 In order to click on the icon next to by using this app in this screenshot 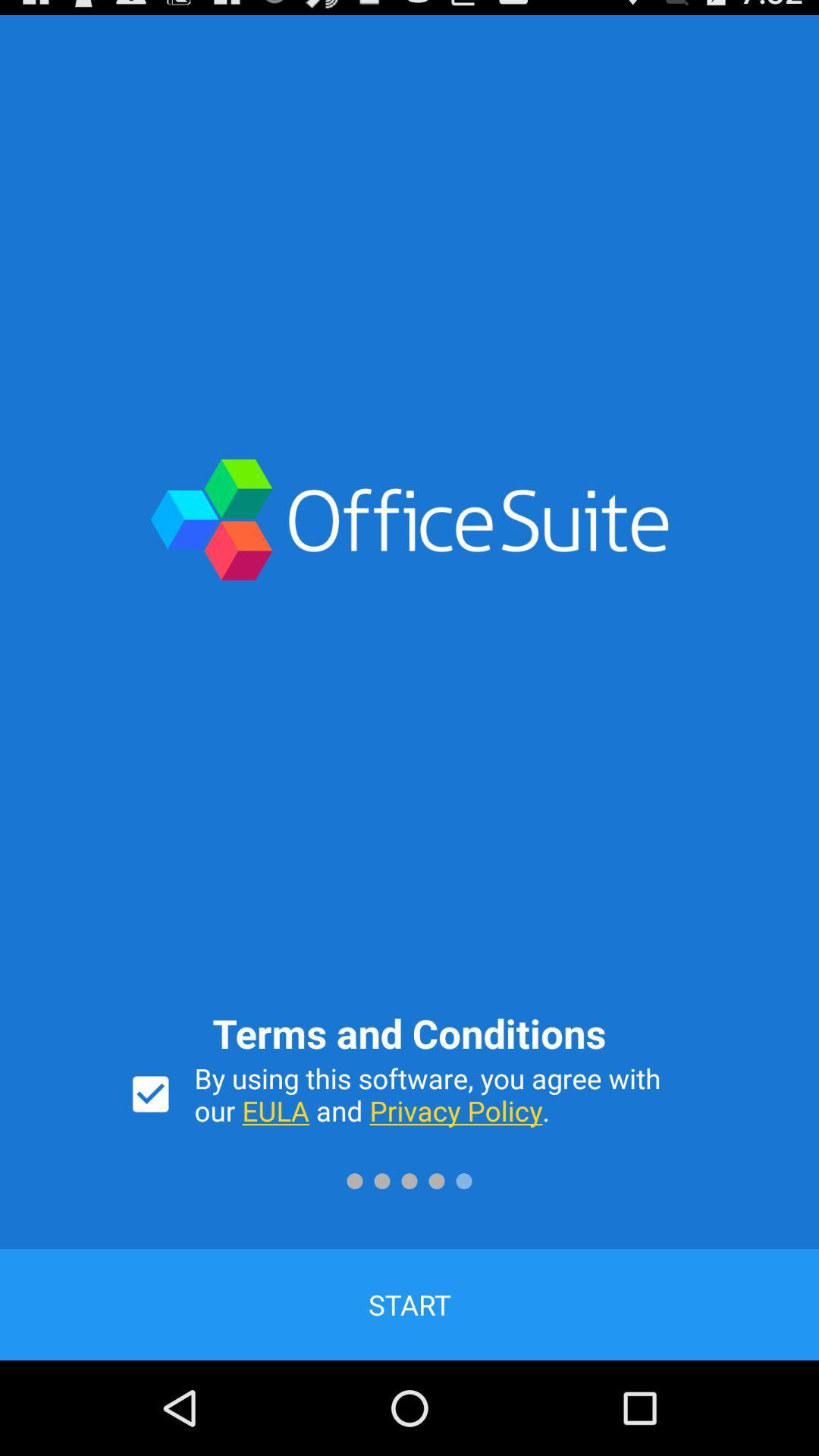, I will do `click(150, 1094)`.